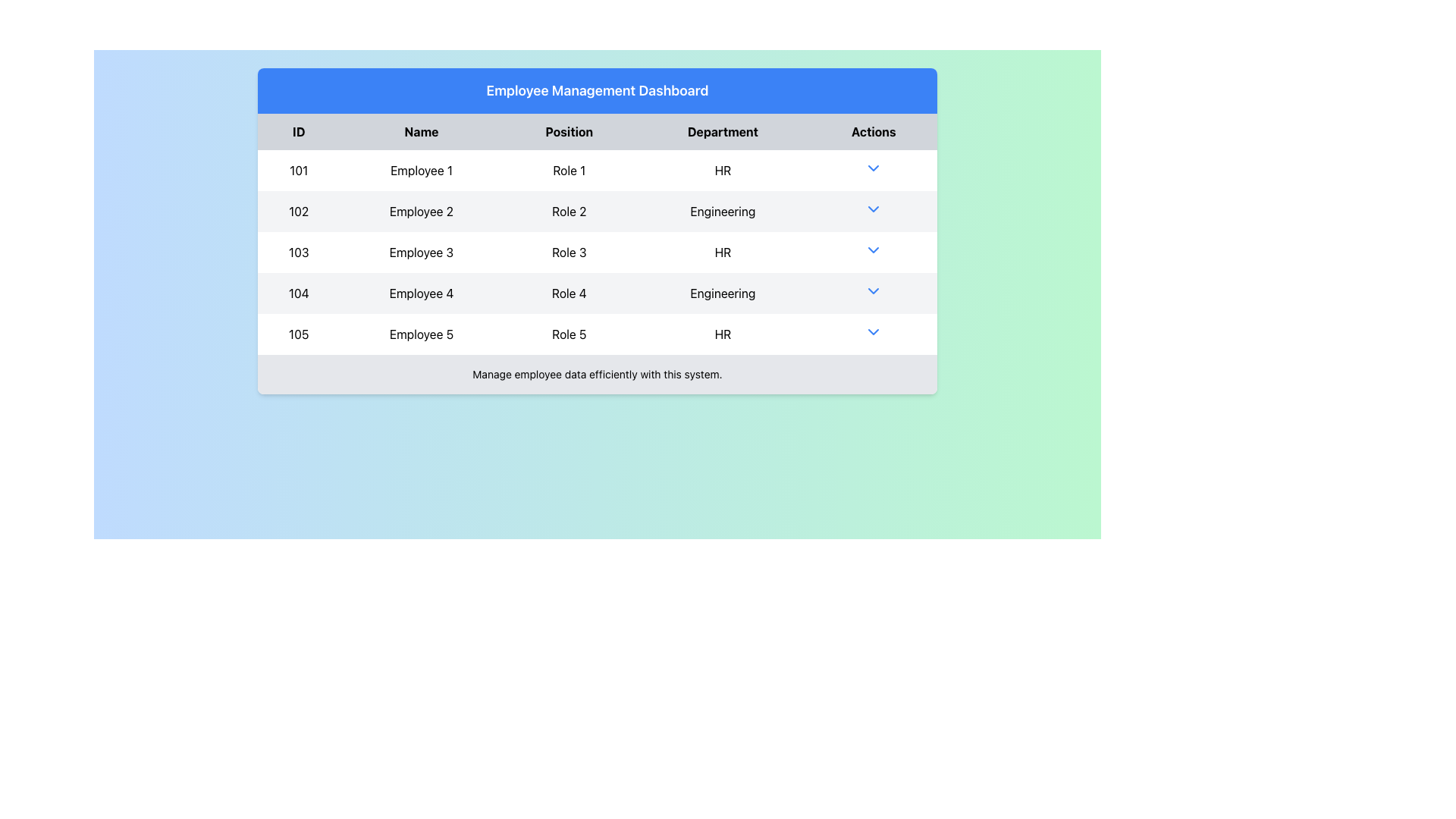 This screenshot has width=1456, height=819. What do you see at coordinates (874, 211) in the screenshot?
I see `the dropdown toggle button in the 'Actions' column of the second row for 'Employee 2'` at bounding box center [874, 211].